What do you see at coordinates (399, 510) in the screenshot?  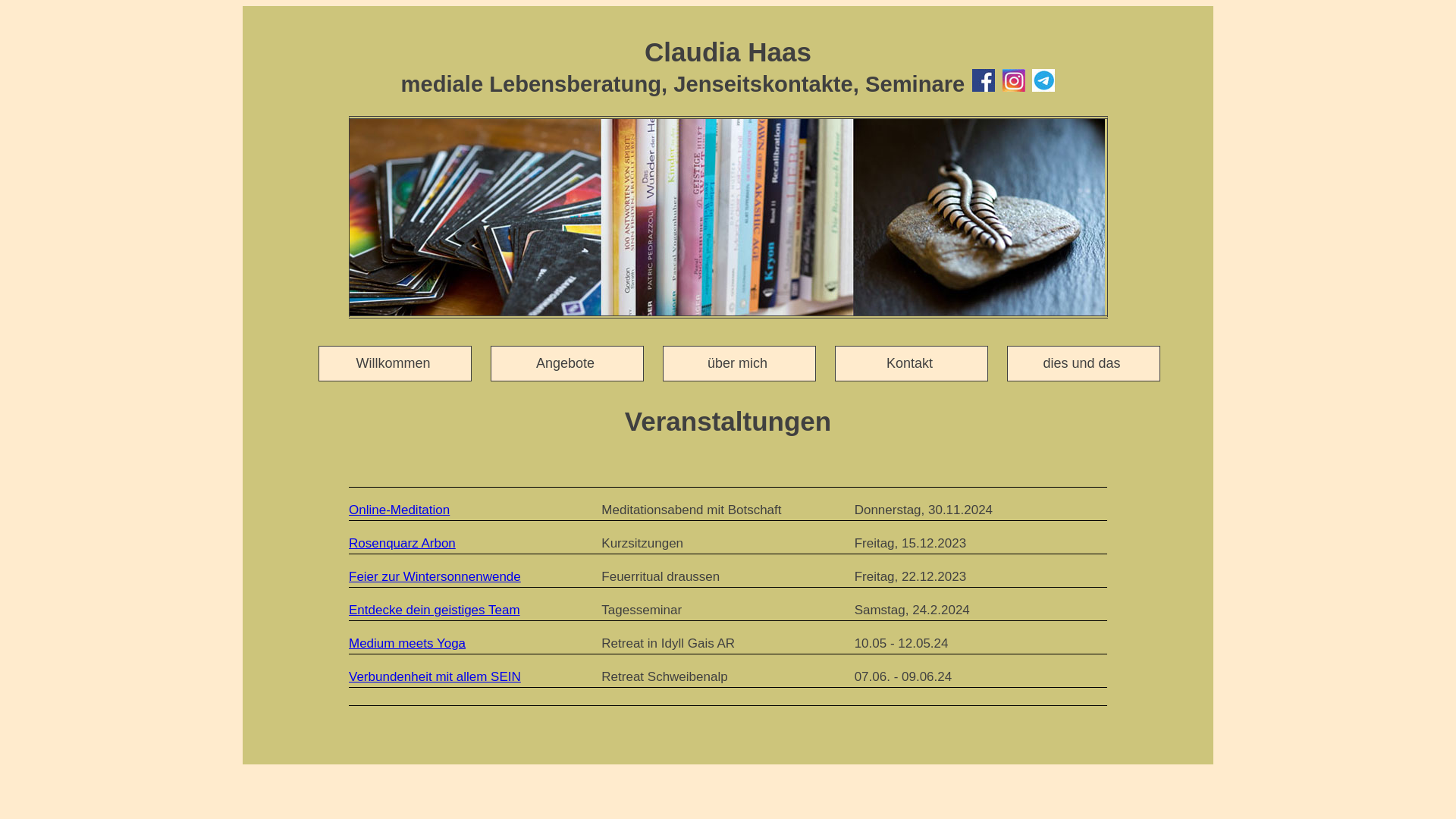 I see `'Online-Meditation'` at bounding box center [399, 510].